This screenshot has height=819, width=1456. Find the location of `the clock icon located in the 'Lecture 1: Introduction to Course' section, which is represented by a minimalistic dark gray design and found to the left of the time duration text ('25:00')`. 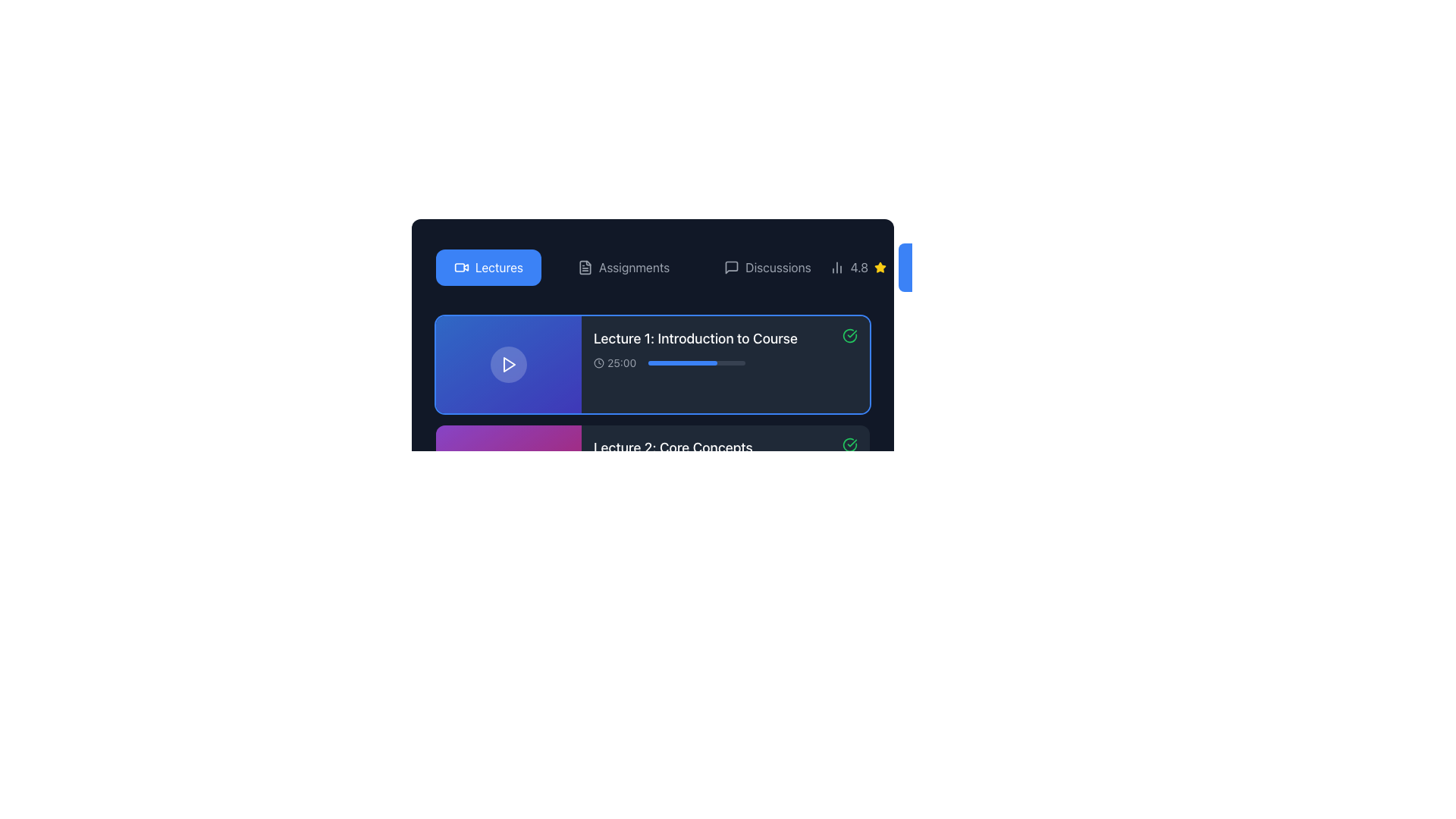

the clock icon located in the 'Lecture 1: Introduction to Course' section, which is represented by a minimalistic dark gray design and found to the left of the time duration text ('25:00') is located at coordinates (598, 362).